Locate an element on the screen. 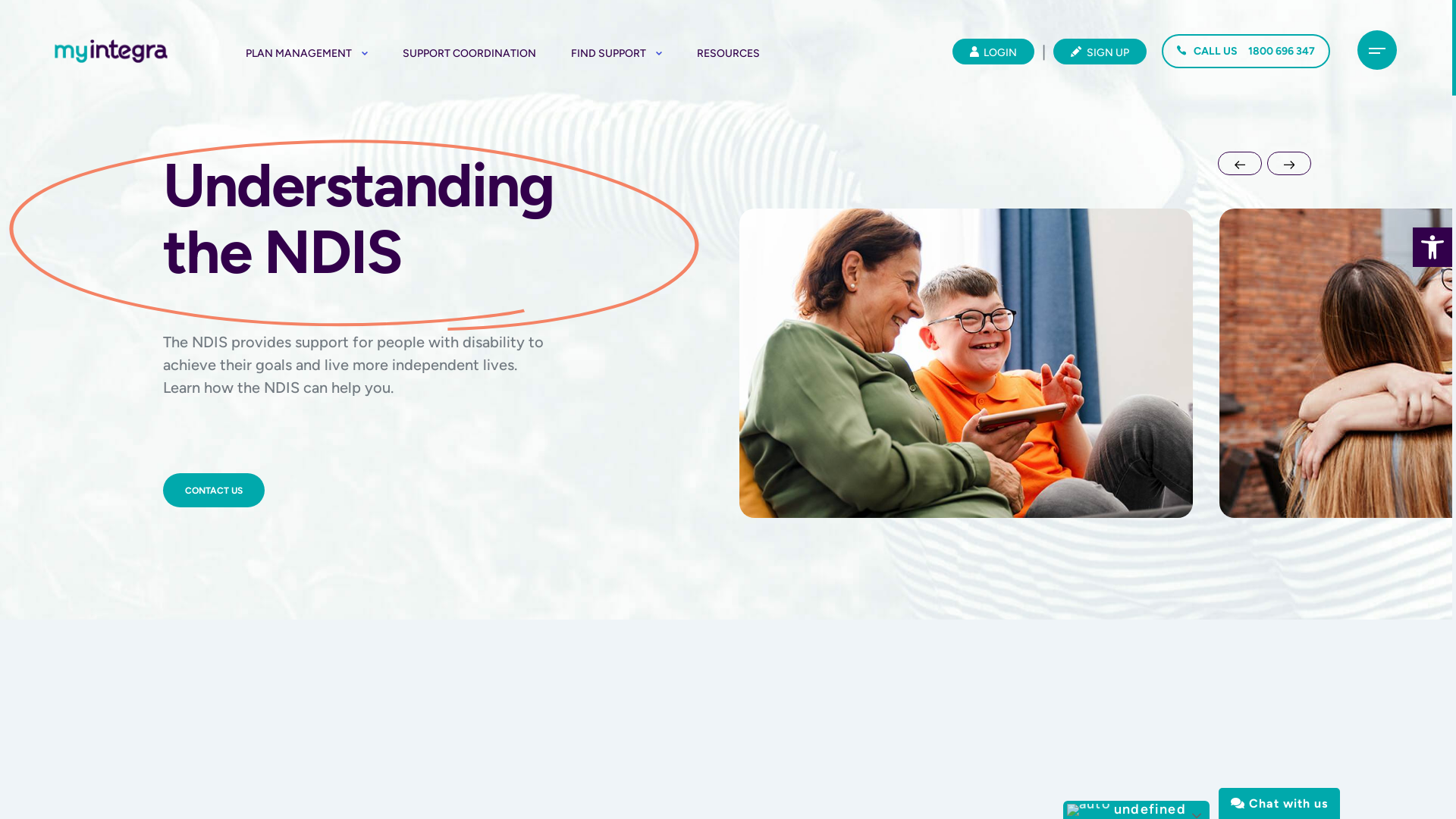  'CALL US is located at coordinates (1245, 50).